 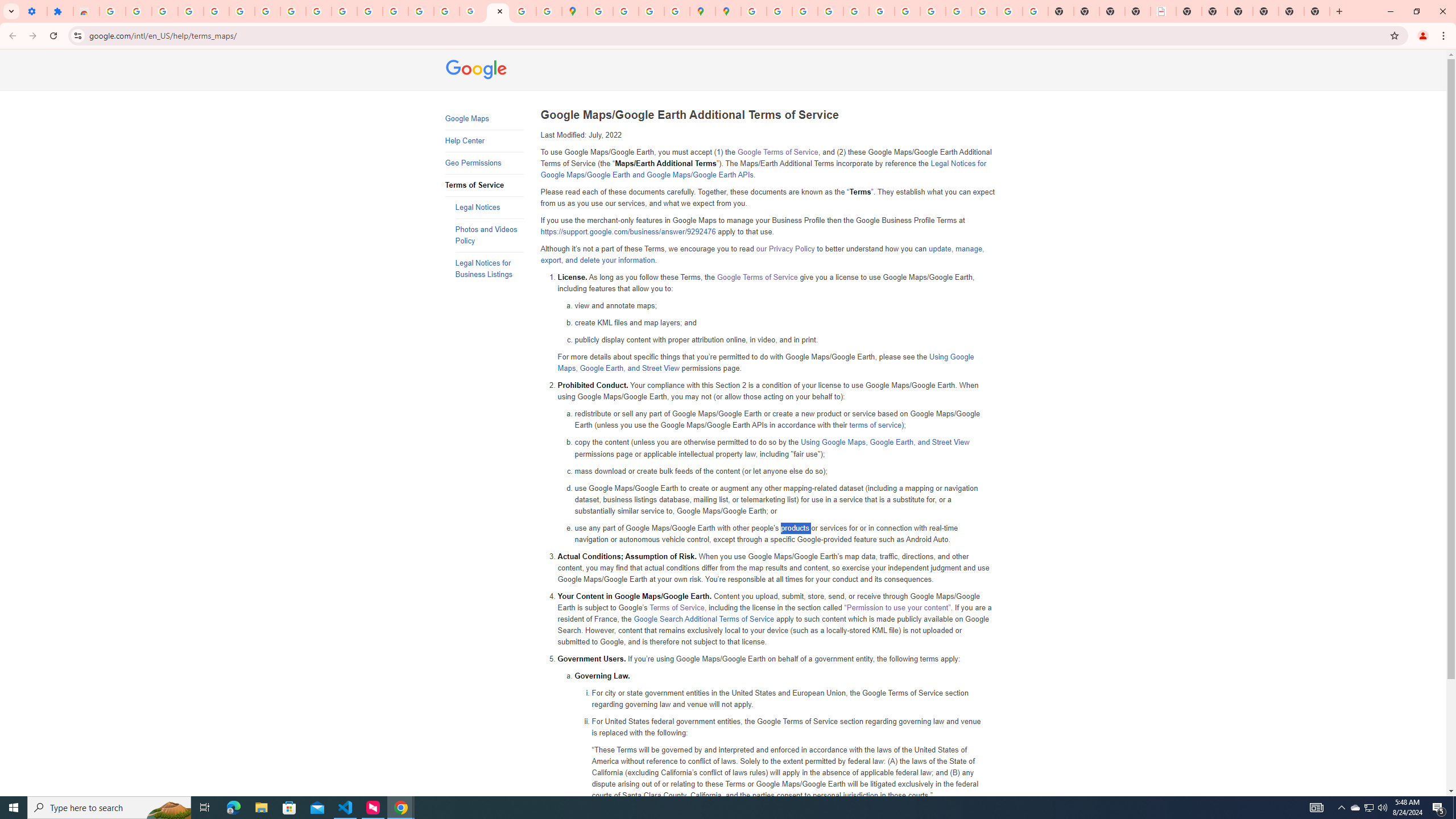 I want to click on 'New Tab', so click(x=1317, y=11).